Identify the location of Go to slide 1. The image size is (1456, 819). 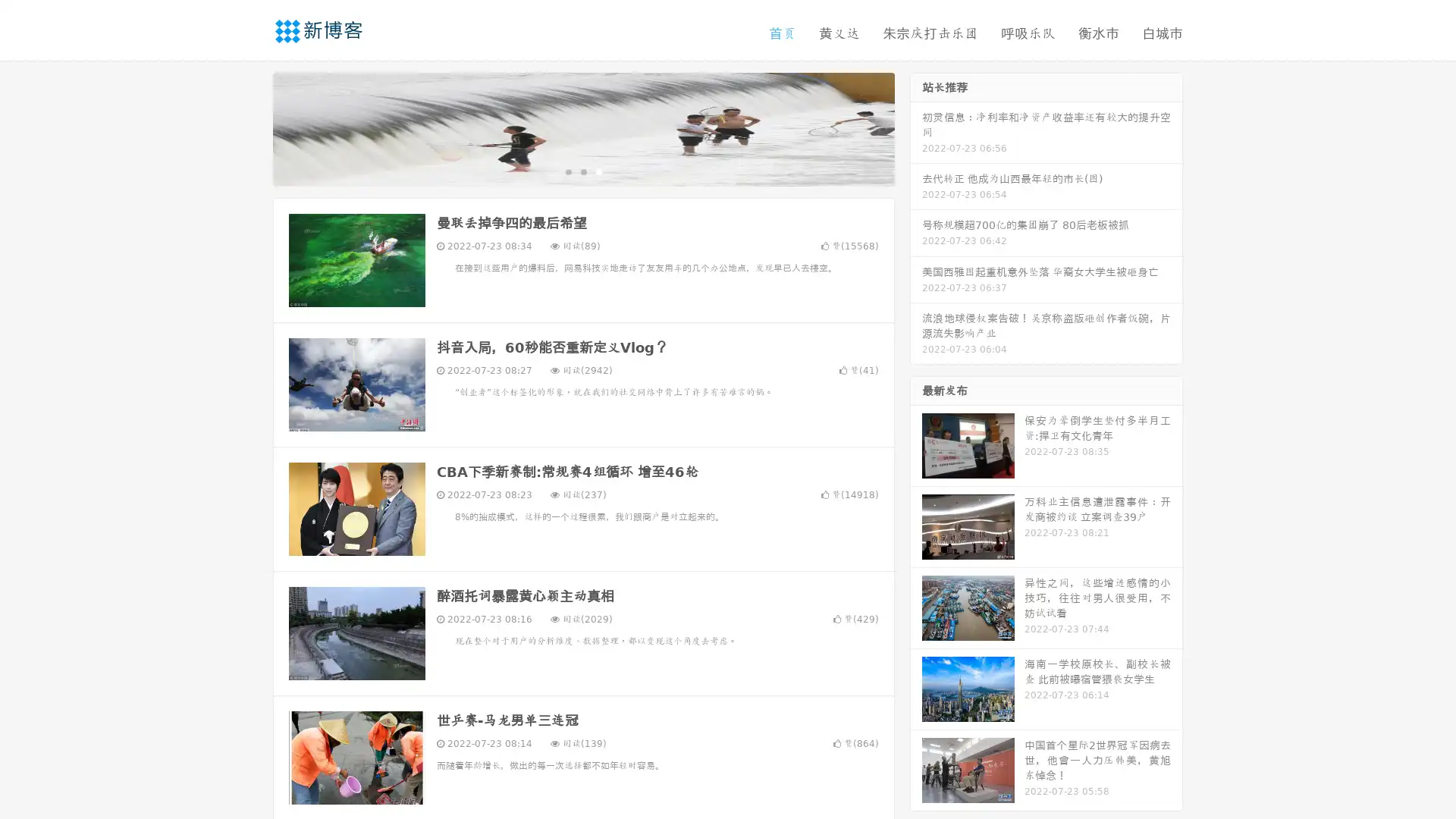
(567, 171).